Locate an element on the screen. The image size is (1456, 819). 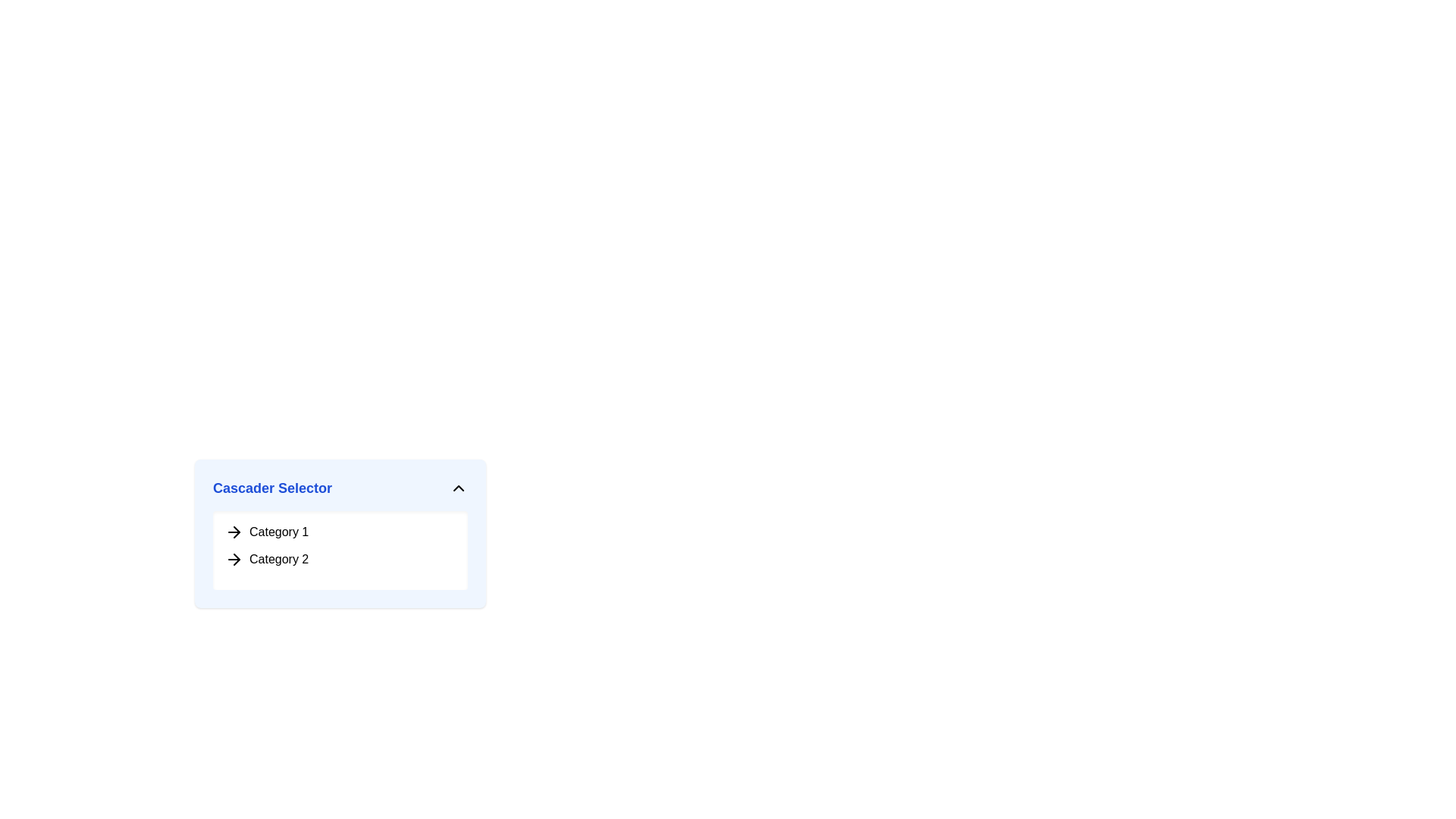
the bold text element displaying 'Cascader Selector' in blue color located in the header area of the dropdown menu is located at coordinates (272, 488).